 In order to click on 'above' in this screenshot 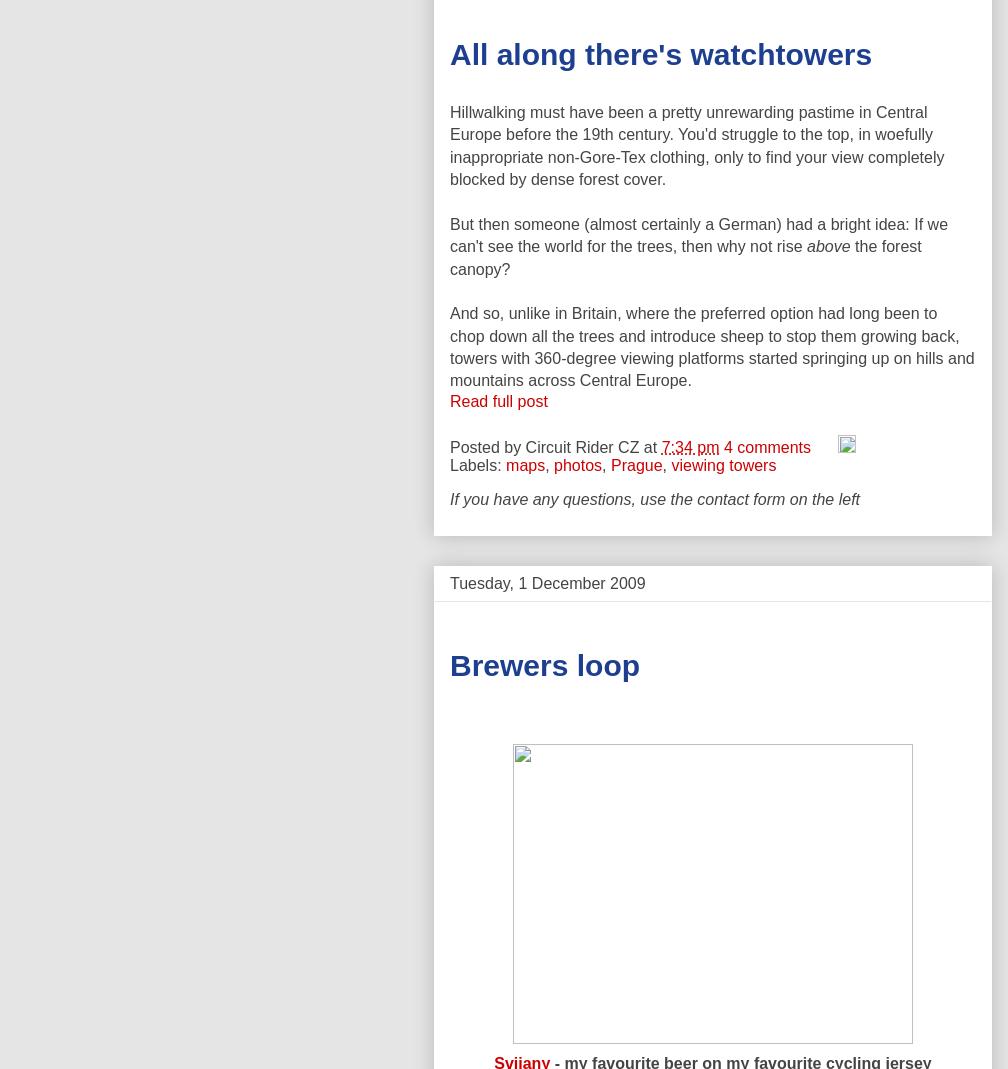, I will do `click(807, 245)`.